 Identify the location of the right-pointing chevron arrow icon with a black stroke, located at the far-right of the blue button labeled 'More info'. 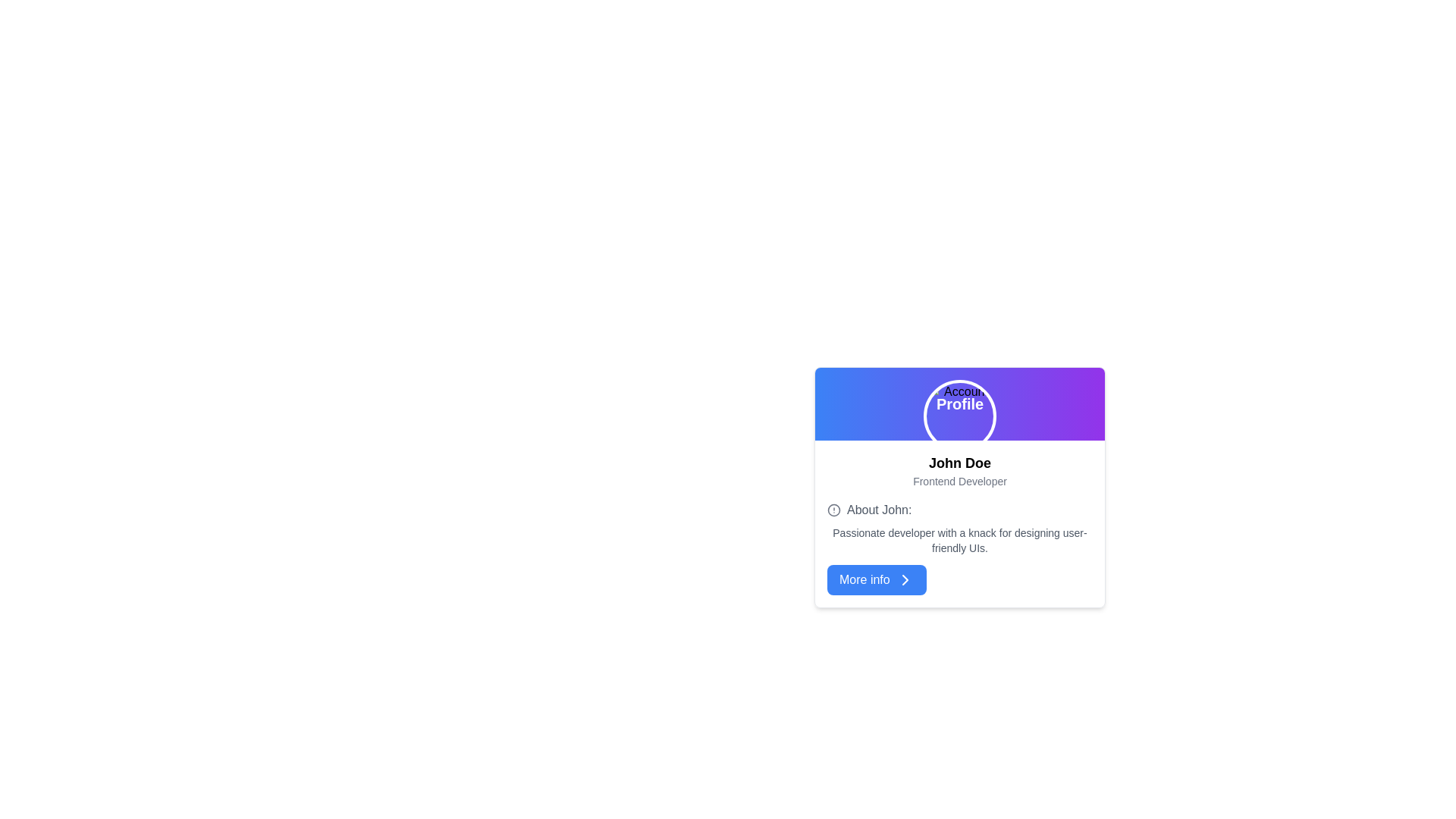
(905, 579).